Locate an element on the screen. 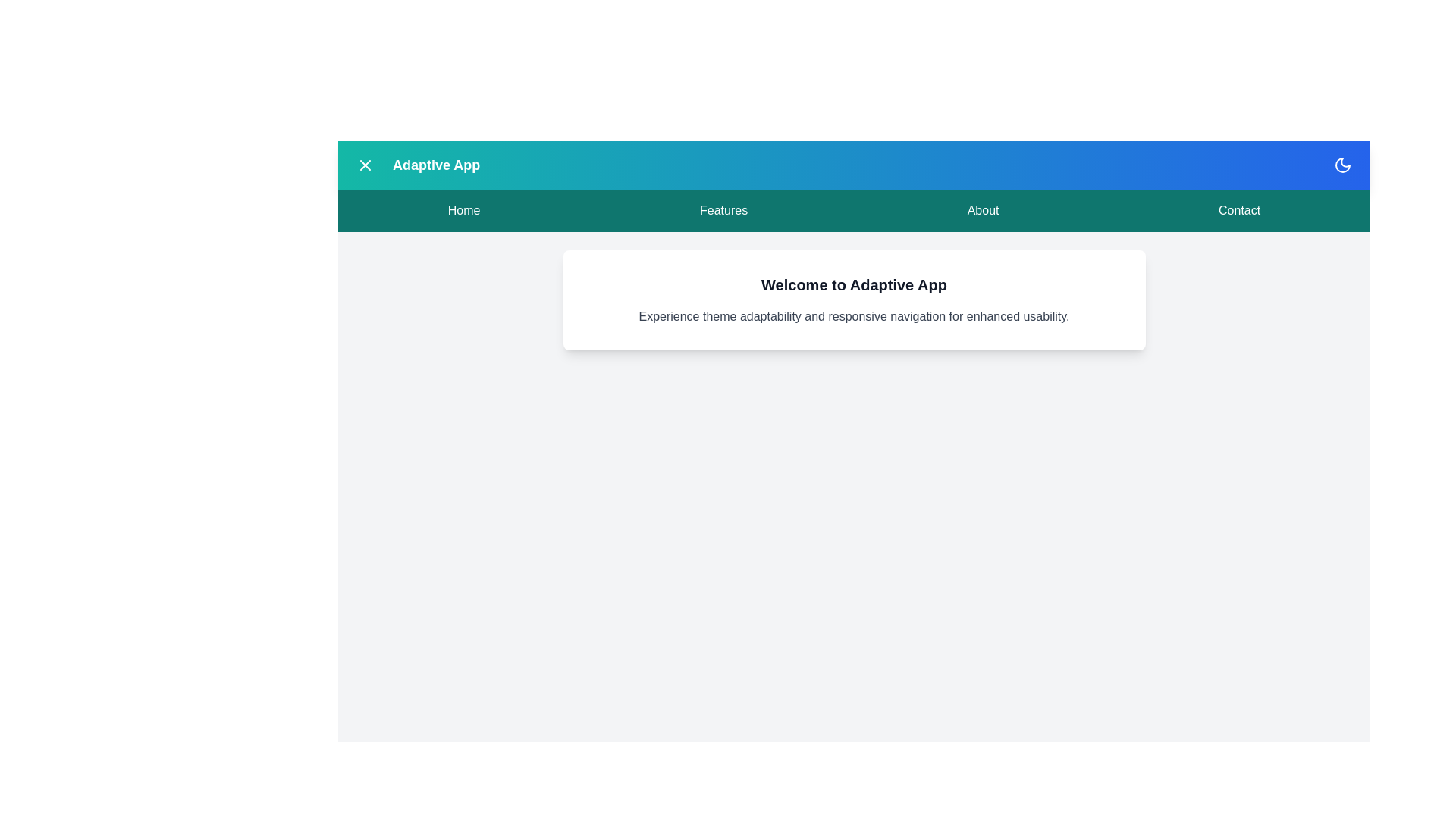  theme toggle button located on the right side of the header is located at coordinates (1343, 165).